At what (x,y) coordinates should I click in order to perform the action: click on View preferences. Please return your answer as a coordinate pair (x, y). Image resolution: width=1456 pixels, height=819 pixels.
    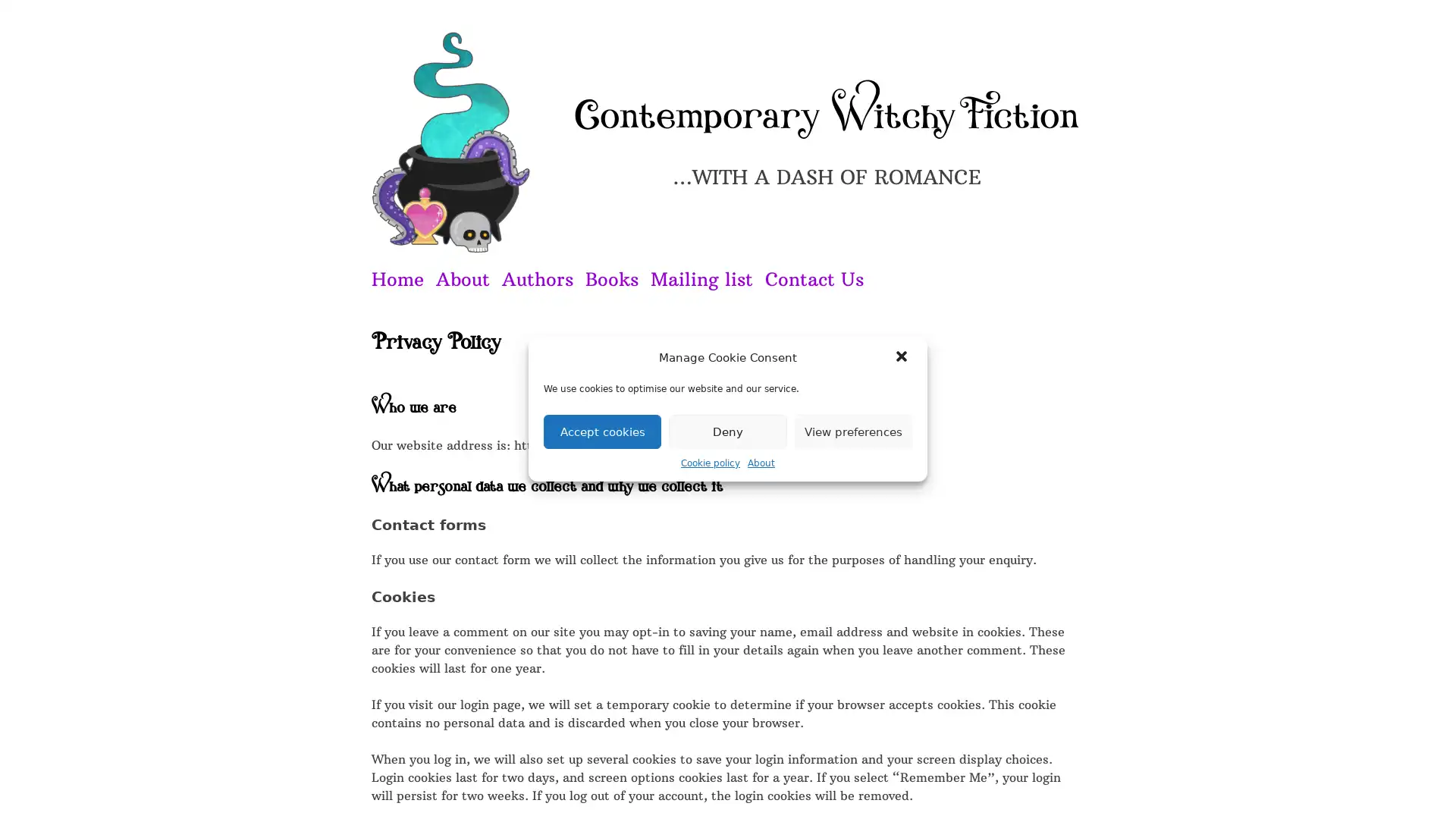
    Looking at the image, I should click on (852, 431).